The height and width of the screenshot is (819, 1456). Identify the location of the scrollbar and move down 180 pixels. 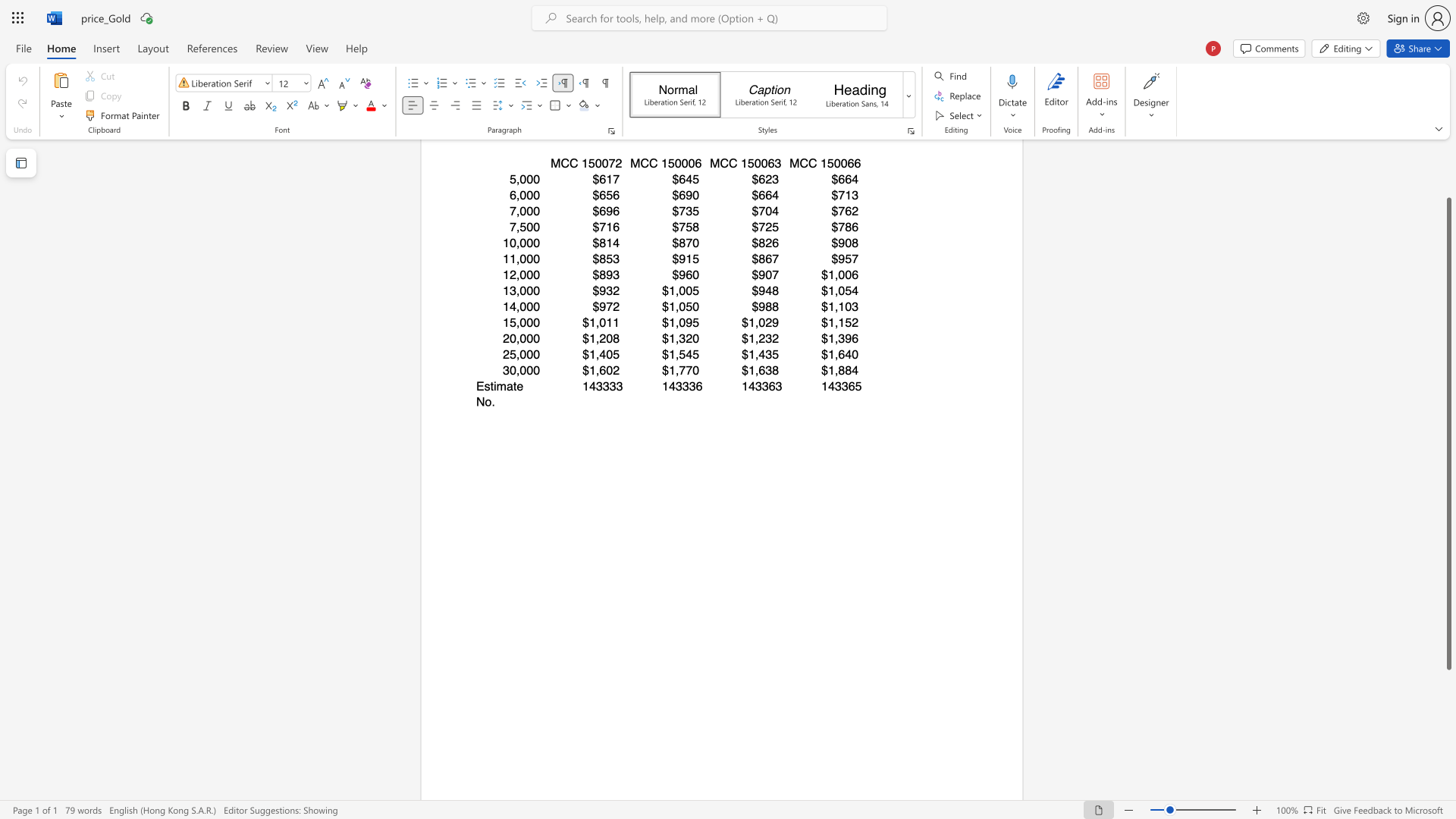
(1448, 434).